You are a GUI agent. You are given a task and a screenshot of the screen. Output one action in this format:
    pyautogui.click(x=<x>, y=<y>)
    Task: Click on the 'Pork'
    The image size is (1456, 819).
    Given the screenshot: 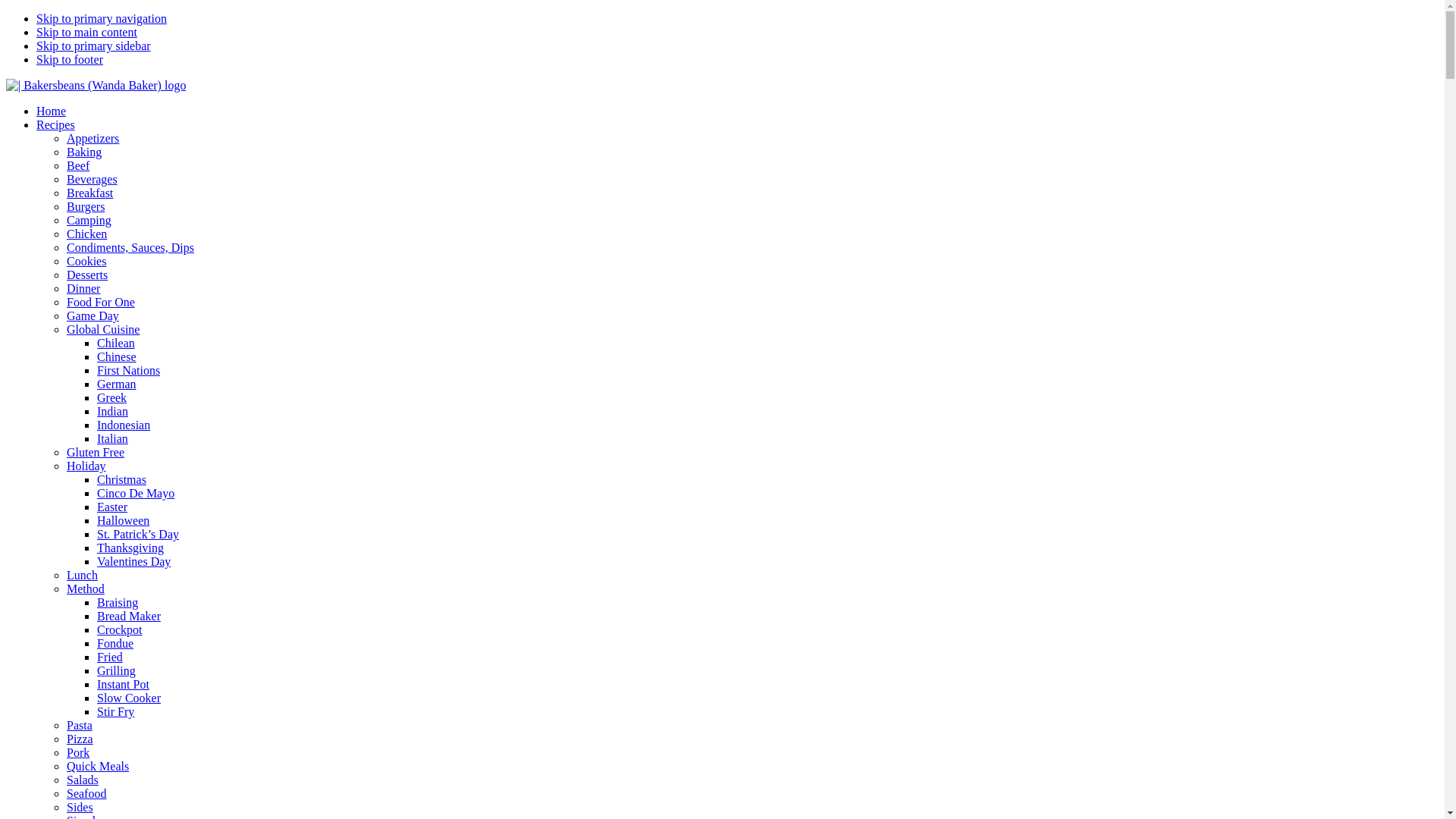 What is the action you would take?
    pyautogui.click(x=77, y=752)
    